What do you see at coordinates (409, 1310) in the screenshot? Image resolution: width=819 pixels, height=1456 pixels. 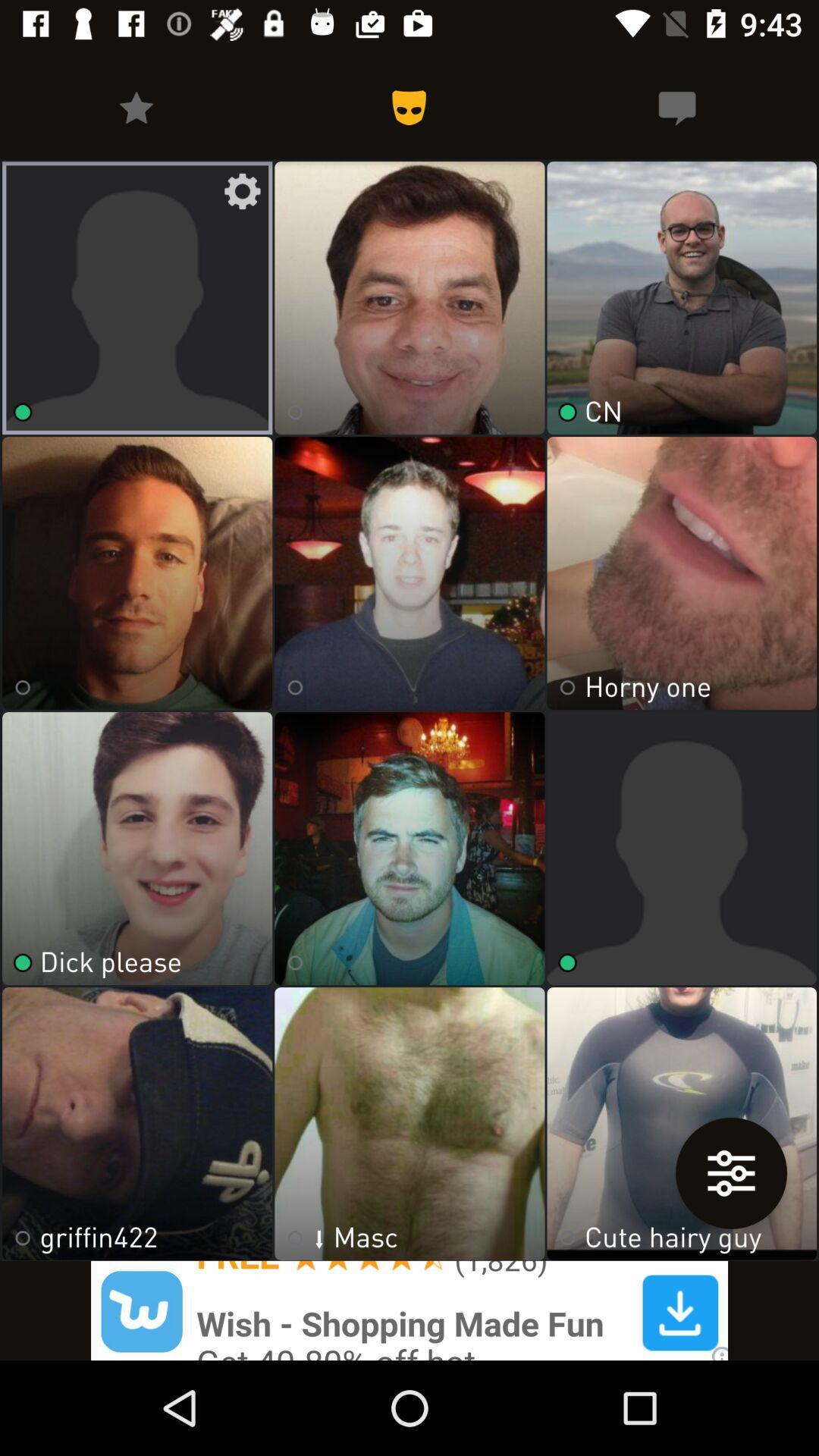 I see `open advertisement` at bounding box center [409, 1310].